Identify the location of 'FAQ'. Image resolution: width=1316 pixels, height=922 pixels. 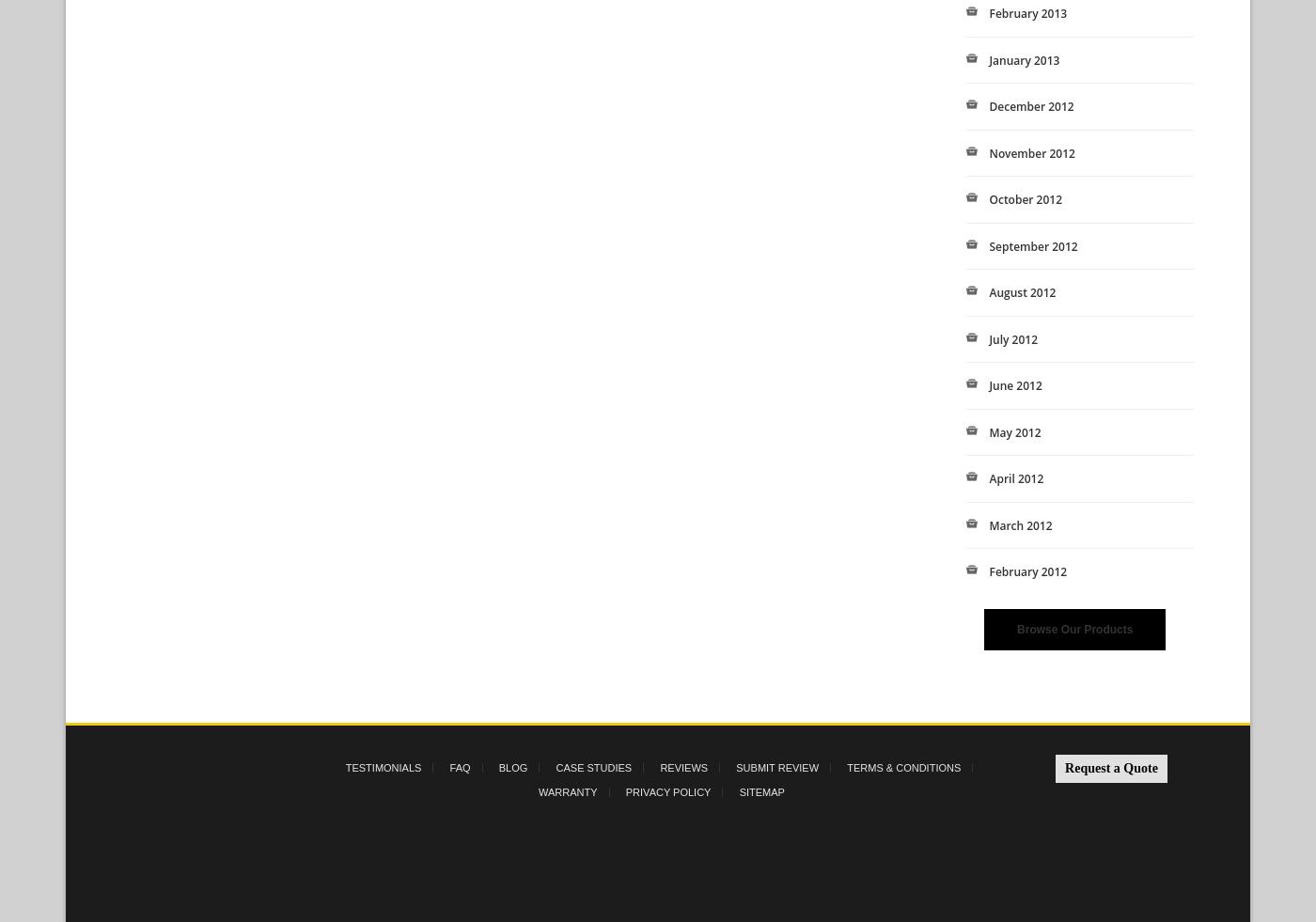
(460, 767).